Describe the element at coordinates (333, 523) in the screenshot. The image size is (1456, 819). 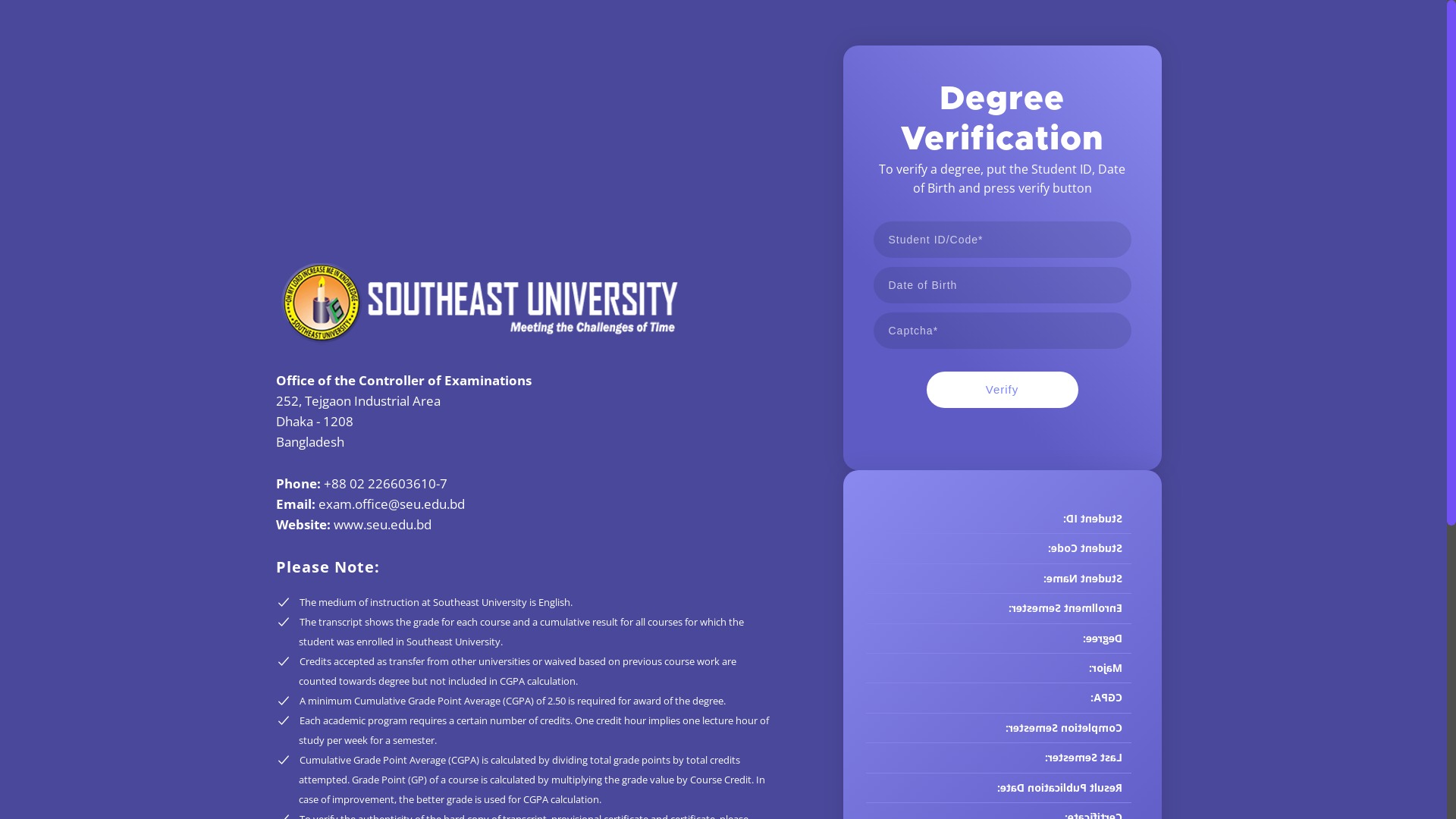
I see `'www.seu.edu.bd'` at that location.